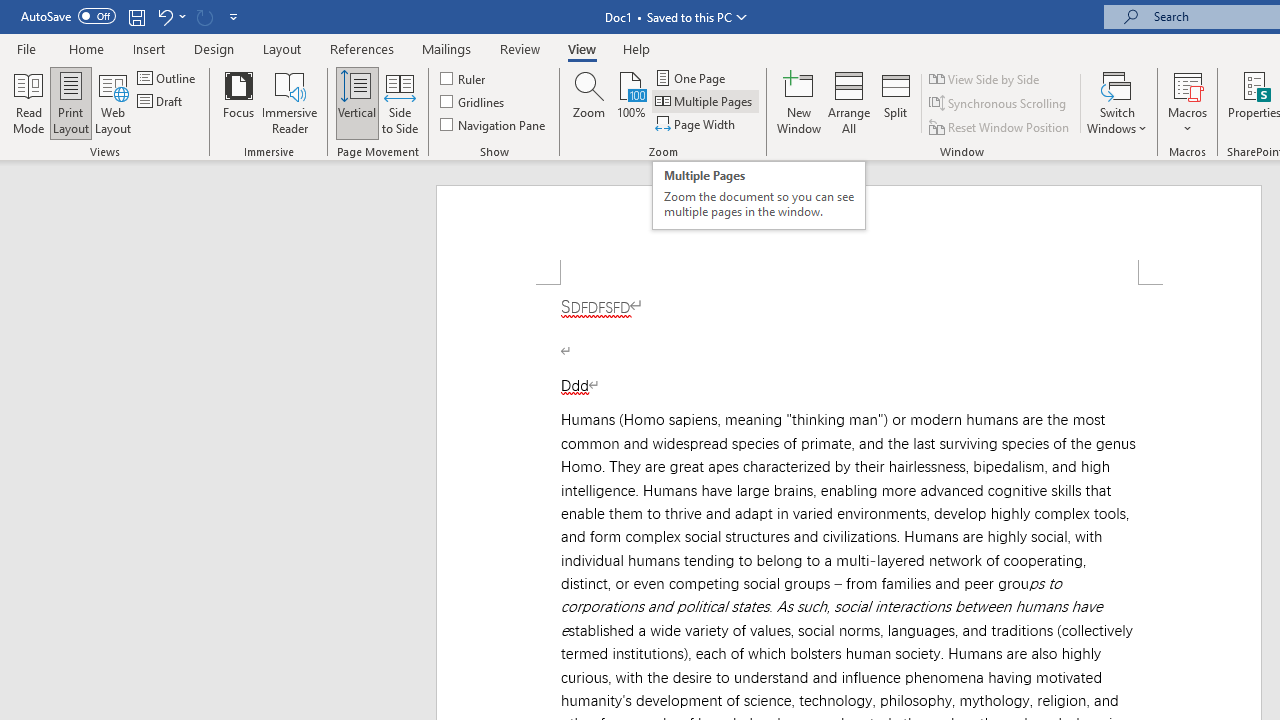 The width and height of the screenshot is (1280, 720). Describe the element at coordinates (985, 78) in the screenshot. I see `'View Side by Side'` at that location.